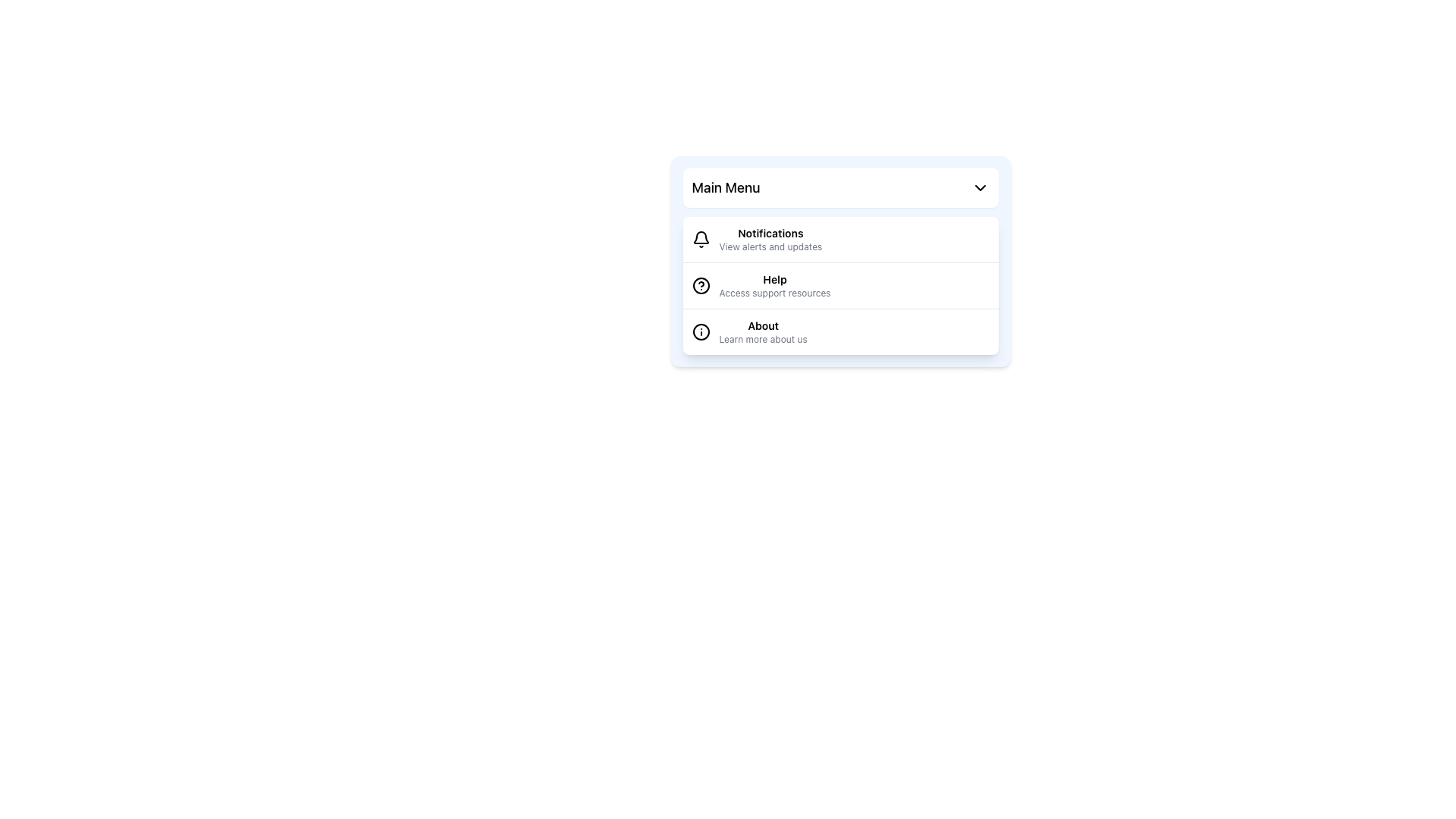 The width and height of the screenshot is (1456, 819). What do you see at coordinates (839, 239) in the screenshot?
I see `the 'Notifications' menu item in the dropdown list` at bounding box center [839, 239].